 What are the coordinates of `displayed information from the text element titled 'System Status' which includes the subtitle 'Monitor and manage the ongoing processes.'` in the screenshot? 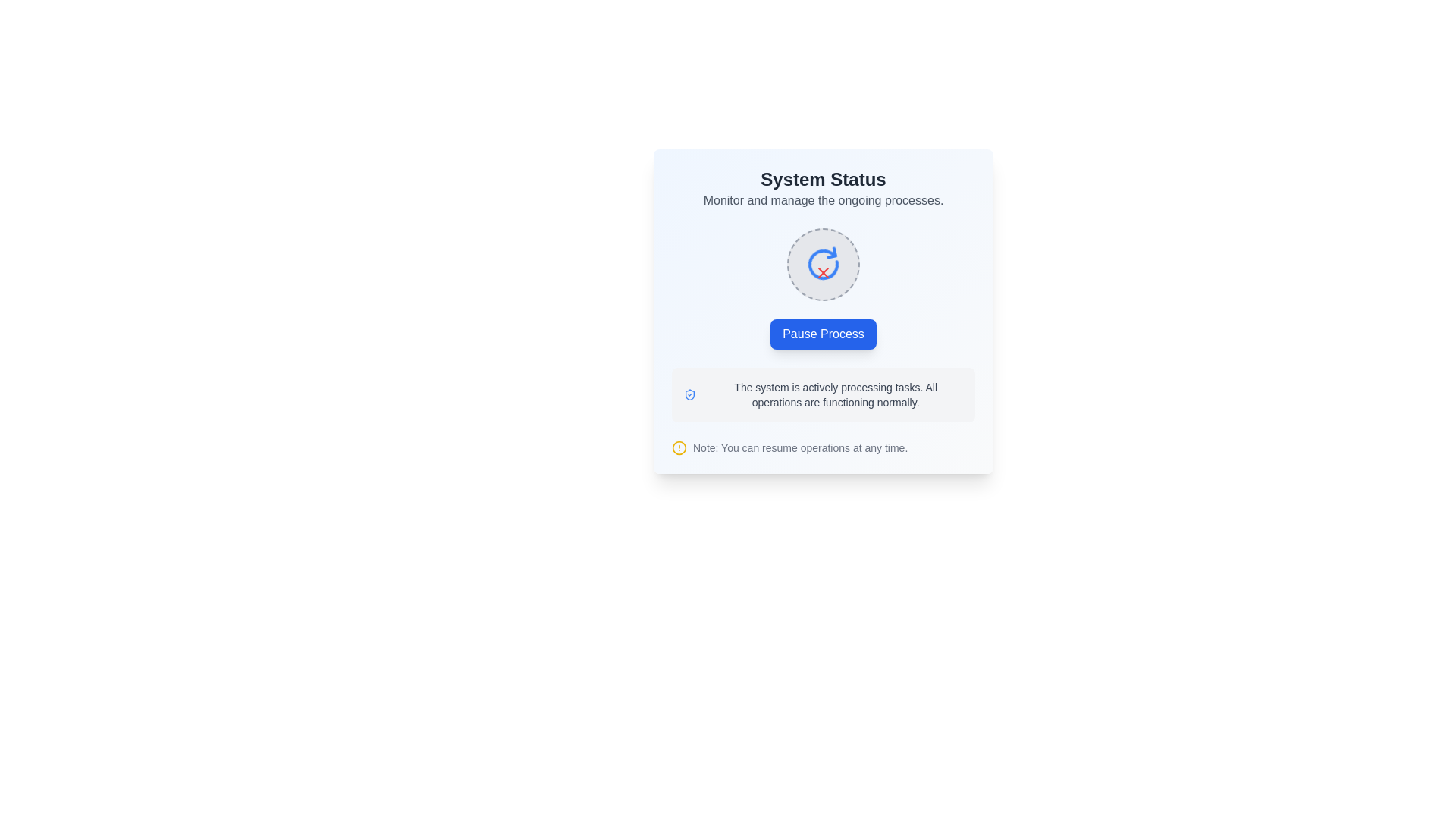 It's located at (822, 188).